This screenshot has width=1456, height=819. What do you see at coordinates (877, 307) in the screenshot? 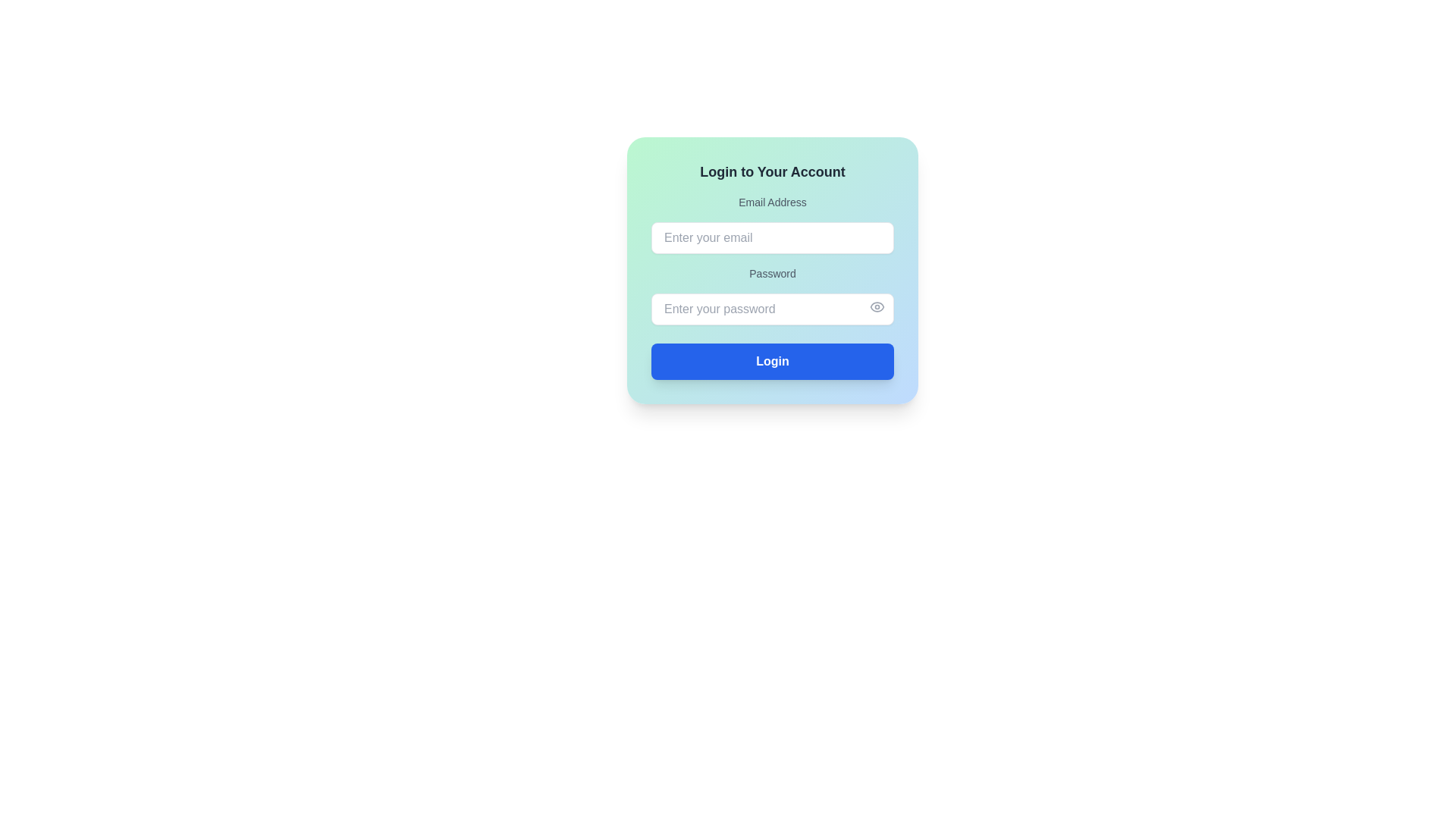
I see `the visibility toggle icon located on the right side of the password input field to switch between masked and unmasked states` at bounding box center [877, 307].